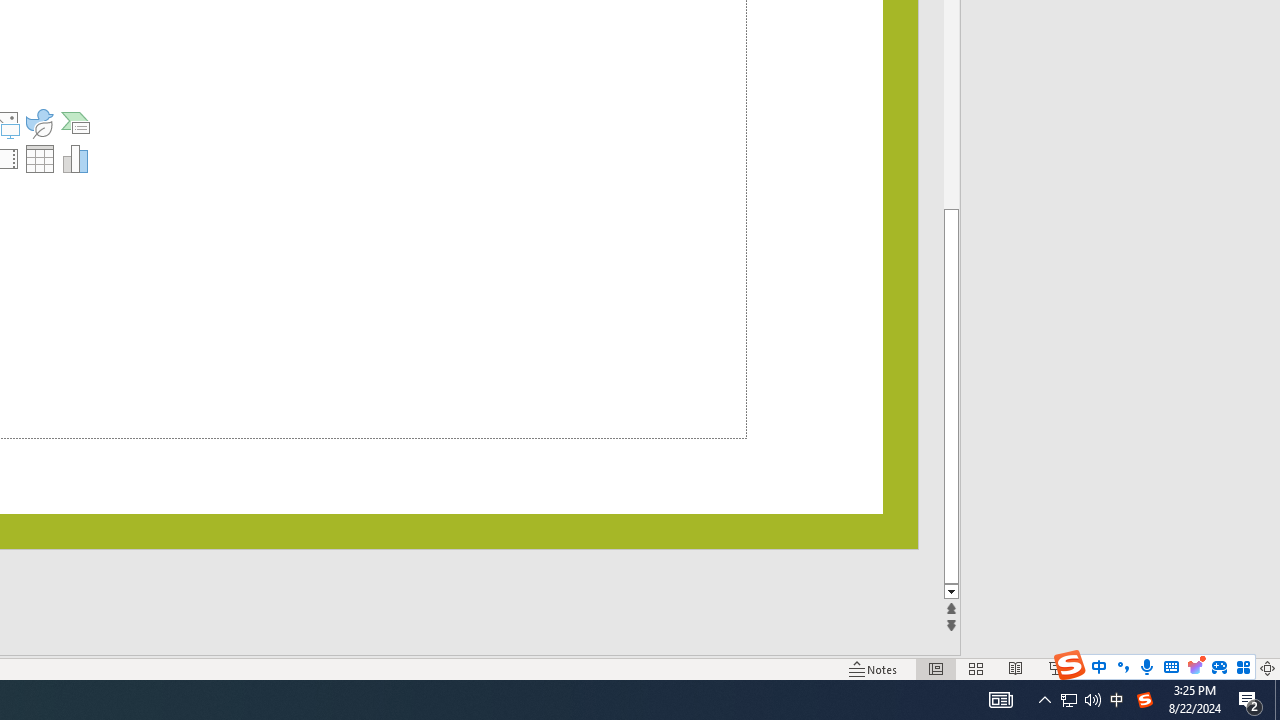  What do you see at coordinates (1233, 669) in the screenshot?
I see `'Zoom 140%'` at bounding box center [1233, 669].